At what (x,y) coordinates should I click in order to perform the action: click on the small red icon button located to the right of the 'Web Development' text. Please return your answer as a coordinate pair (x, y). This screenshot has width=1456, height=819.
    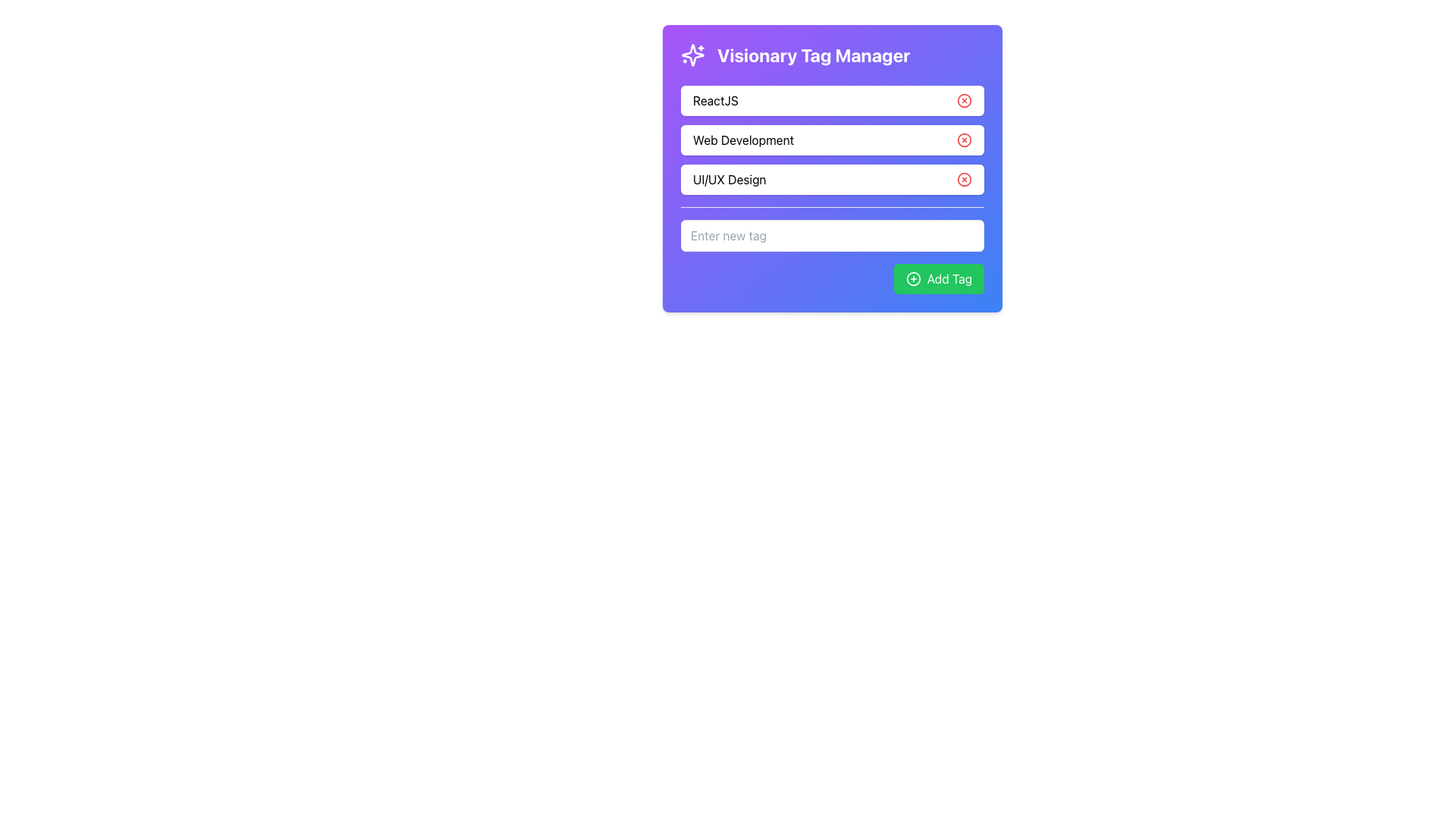
    Looking at the image, I should click on (964, 140).